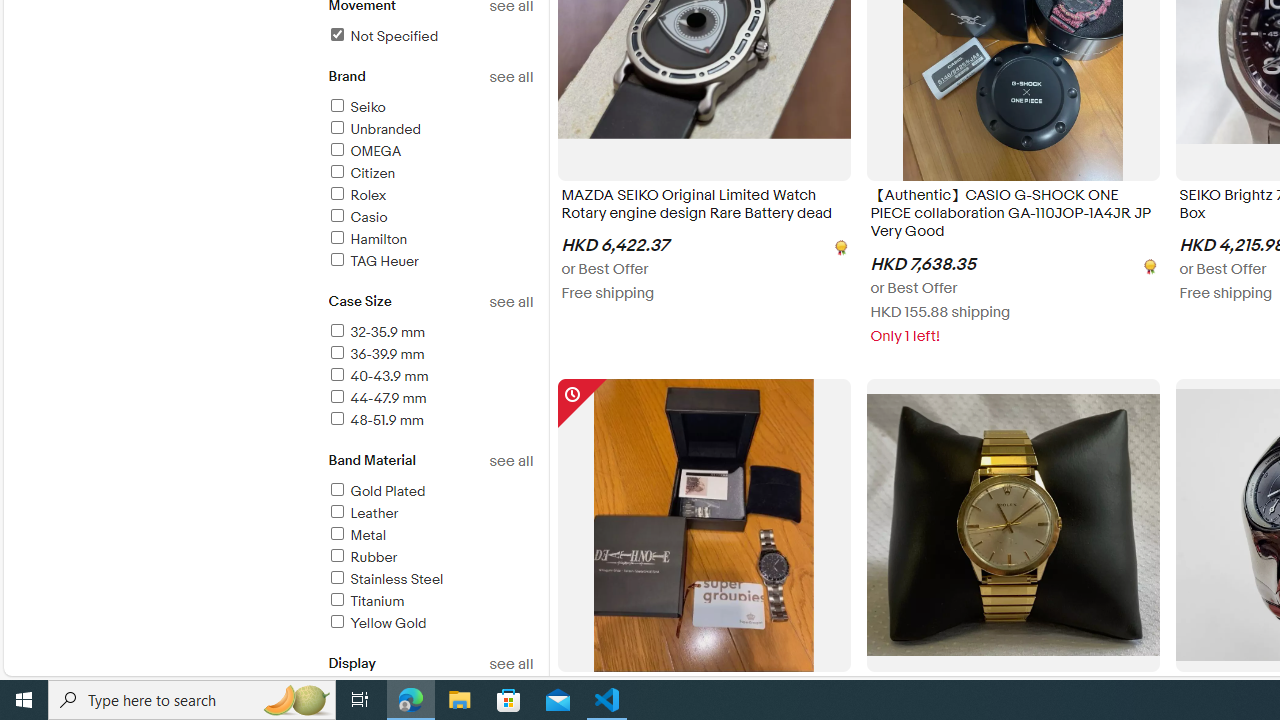 This screenshot has height=720, width=1280. Describe the element at coordinates (429, 37) in the screenshot. I see `'Not SpecifiedFilter Applied'` at that location.